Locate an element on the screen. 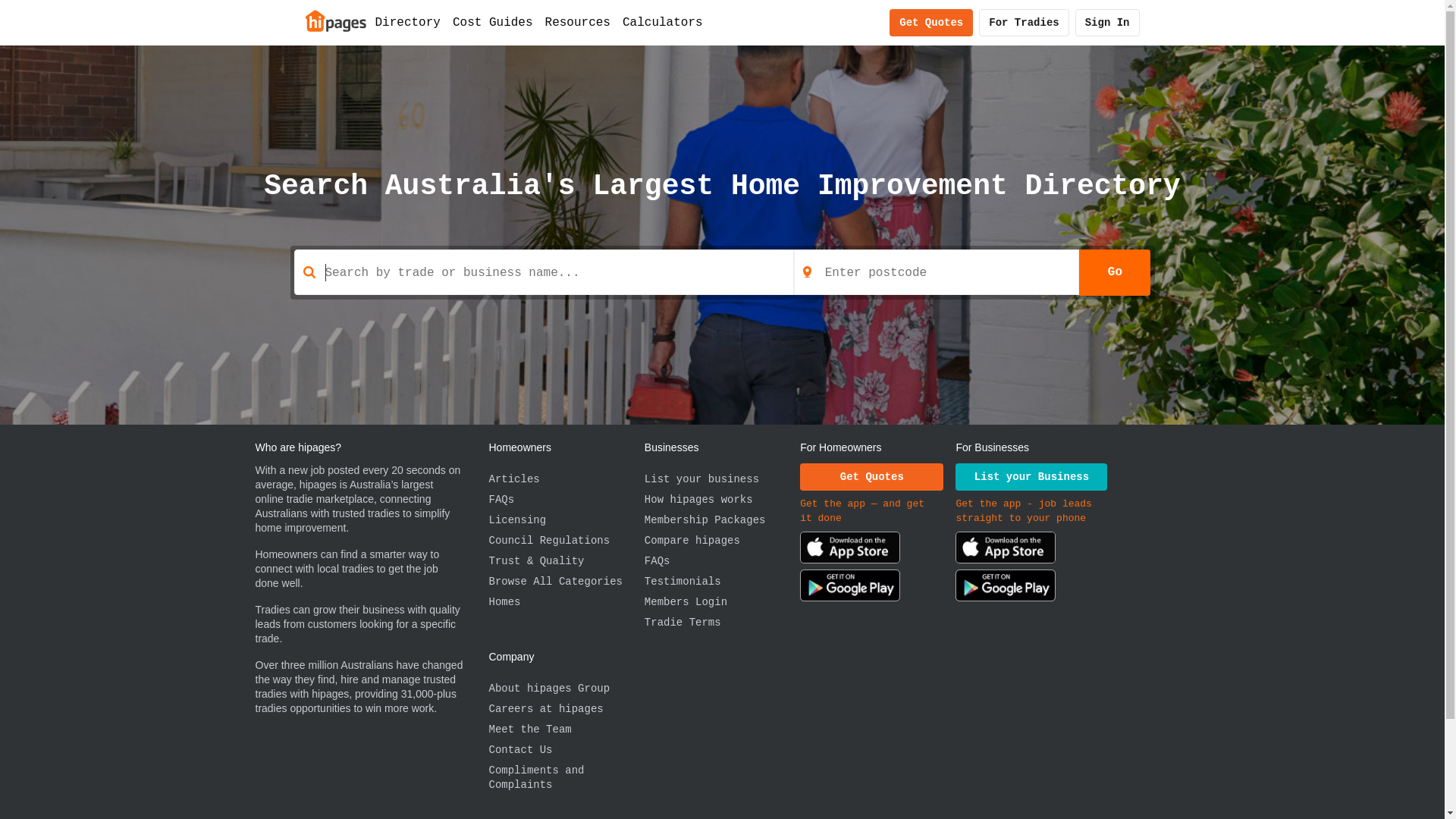 The image size is (1456, 819). 'Members Login' is located at coordinates (644, 601).